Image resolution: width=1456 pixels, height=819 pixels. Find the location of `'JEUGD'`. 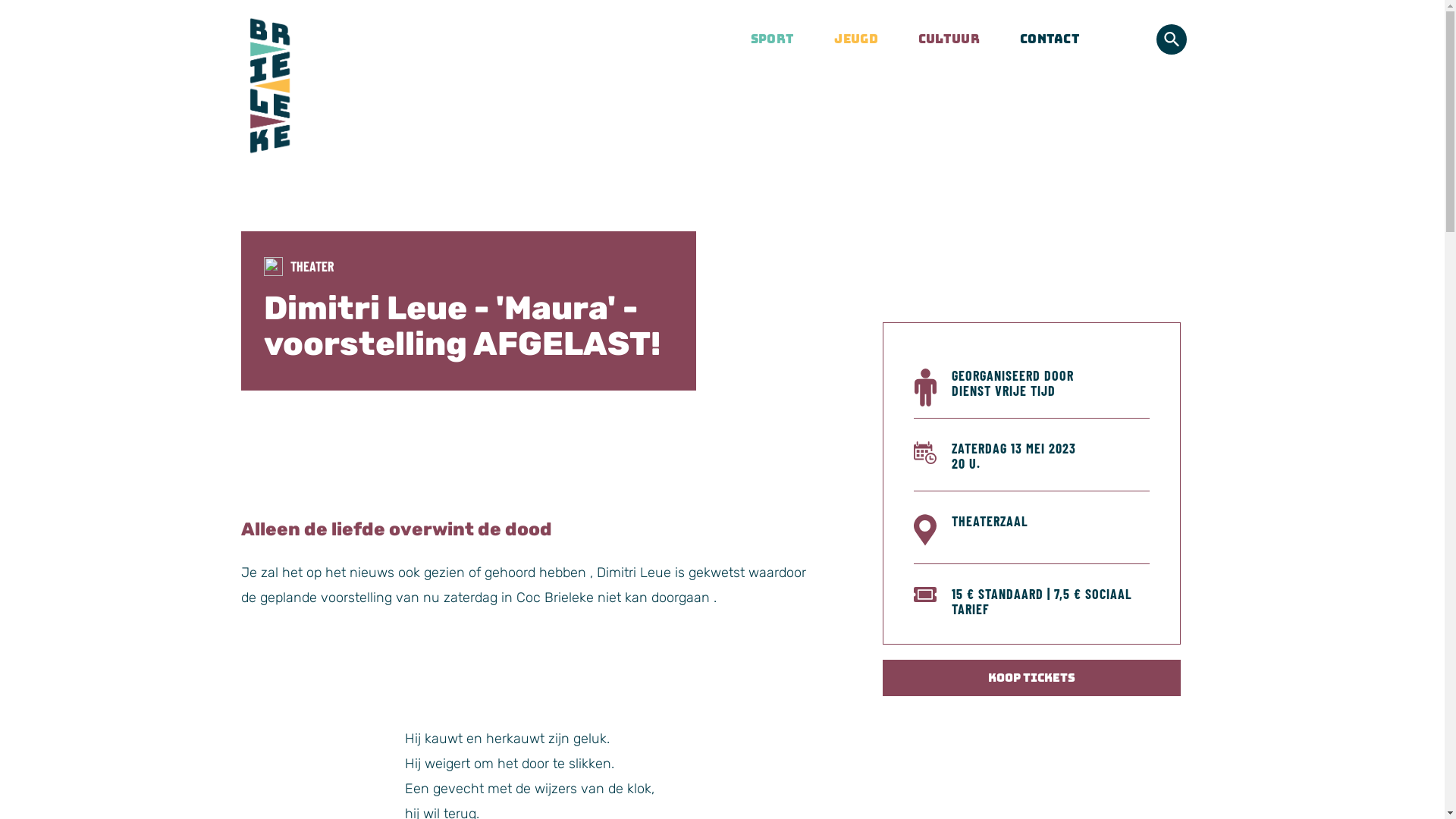

'JEUGD' is located at coordinates (846, 38).